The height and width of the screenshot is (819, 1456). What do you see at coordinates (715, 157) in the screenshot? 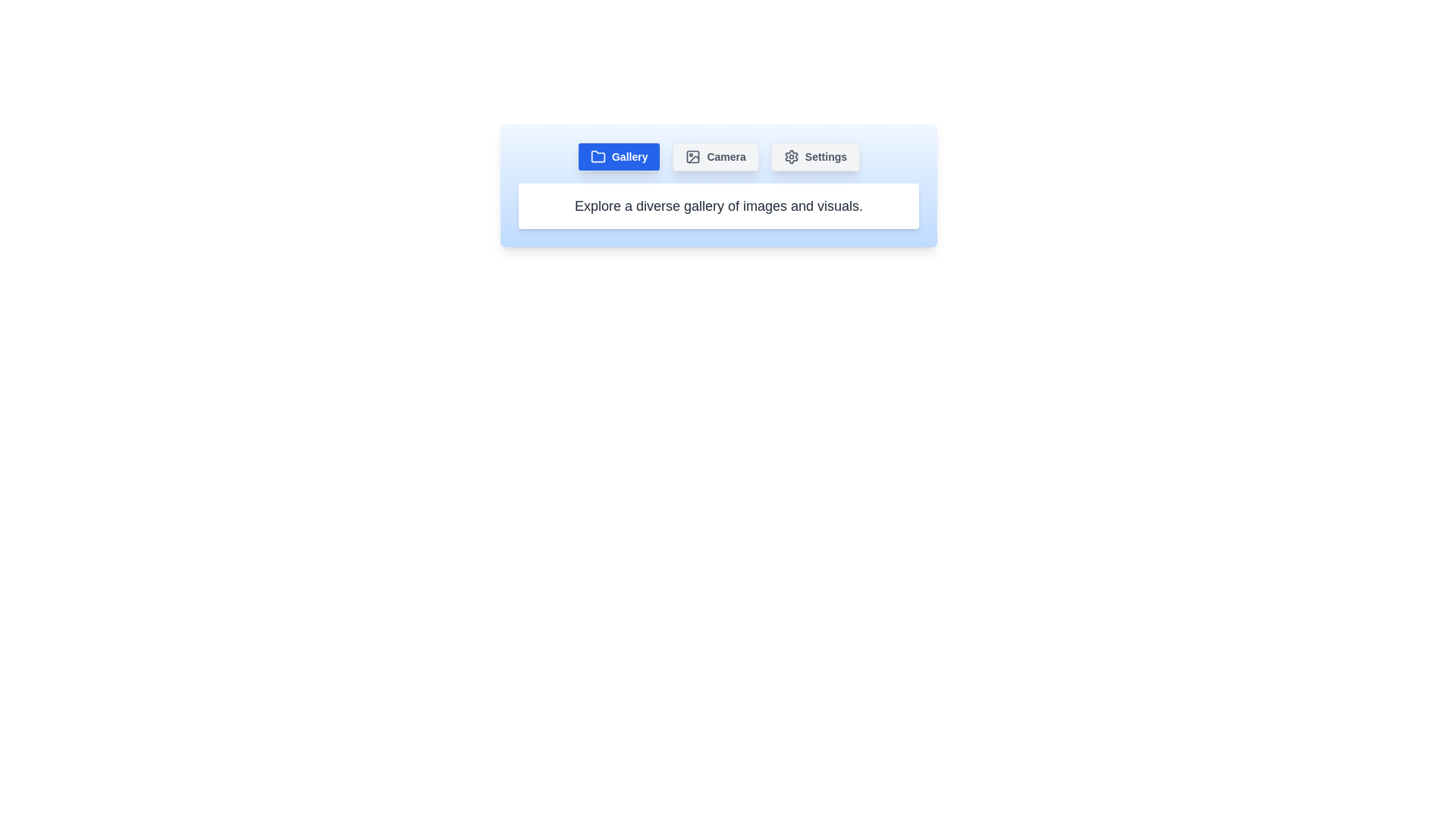
I see `the 'Camera' button with a light gray background and medium gray text` at bounding box center [715, 157].